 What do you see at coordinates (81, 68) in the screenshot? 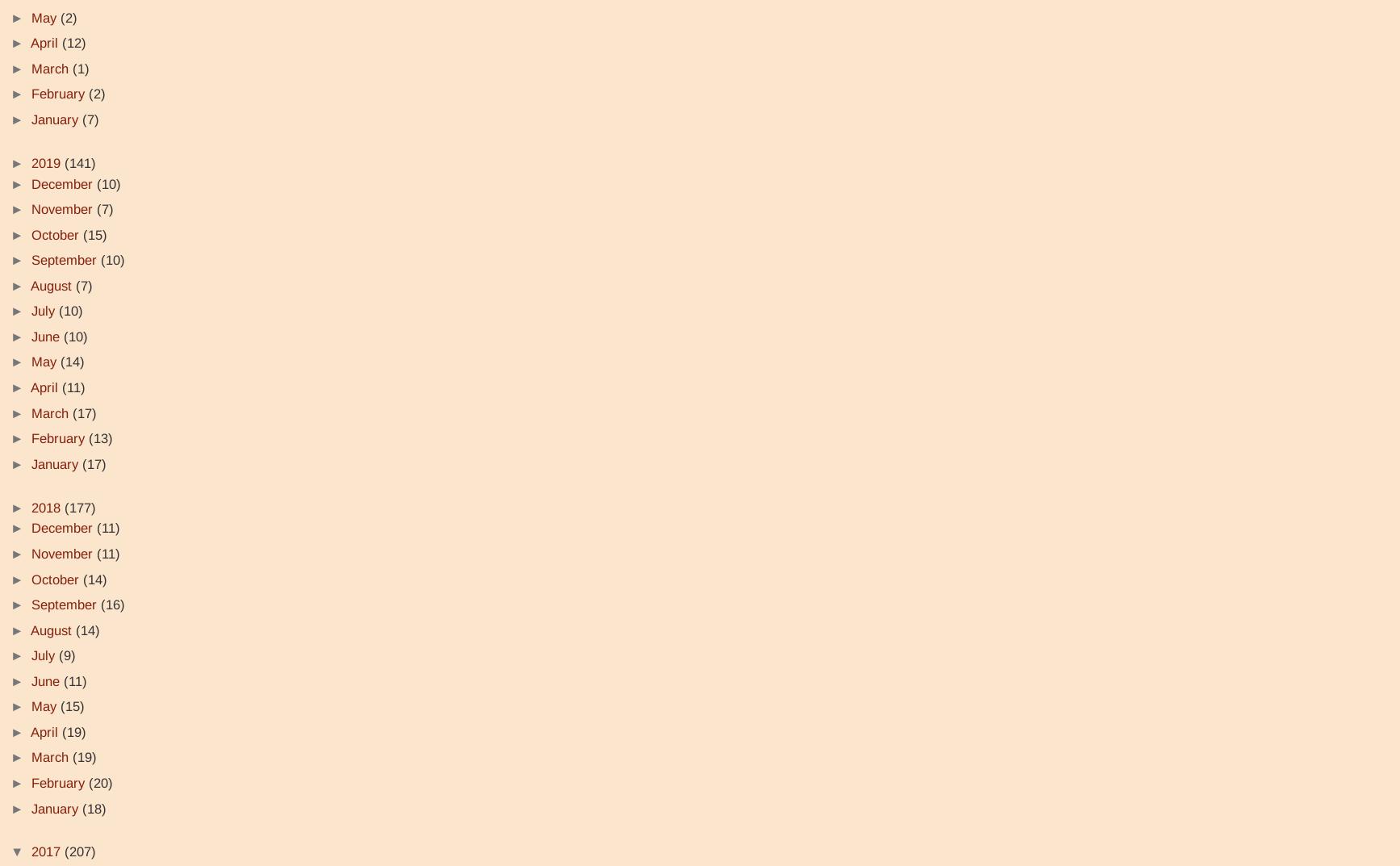
I see `'(1)'` at bounding box center [81, 68].